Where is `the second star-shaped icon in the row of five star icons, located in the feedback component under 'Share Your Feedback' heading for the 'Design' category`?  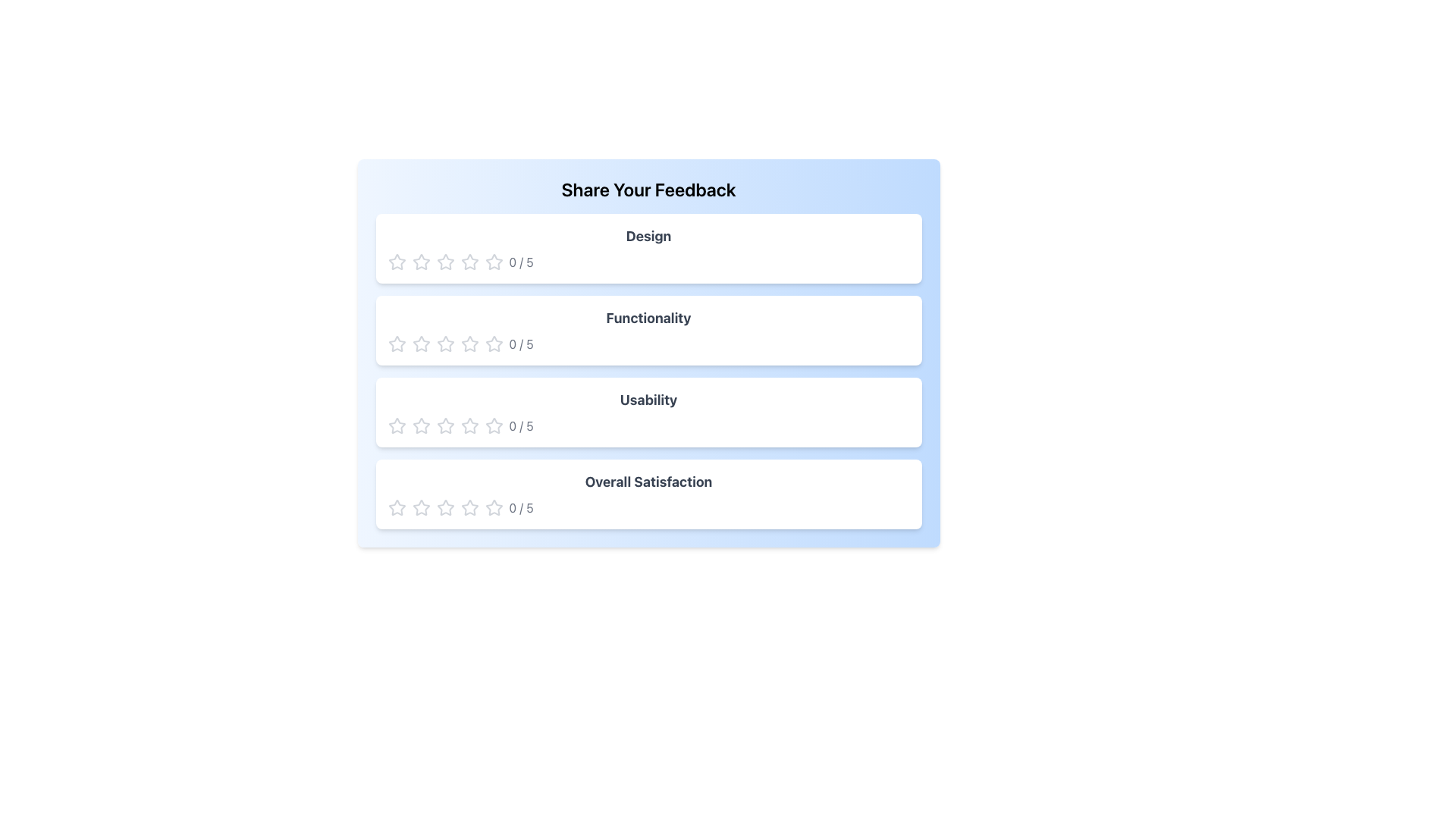 the second star-shaped icon in the row of five star icons, located in the feedback component under 'Share Your Feedback' heading for the 'Design' category is located at coordinates (421, 262).